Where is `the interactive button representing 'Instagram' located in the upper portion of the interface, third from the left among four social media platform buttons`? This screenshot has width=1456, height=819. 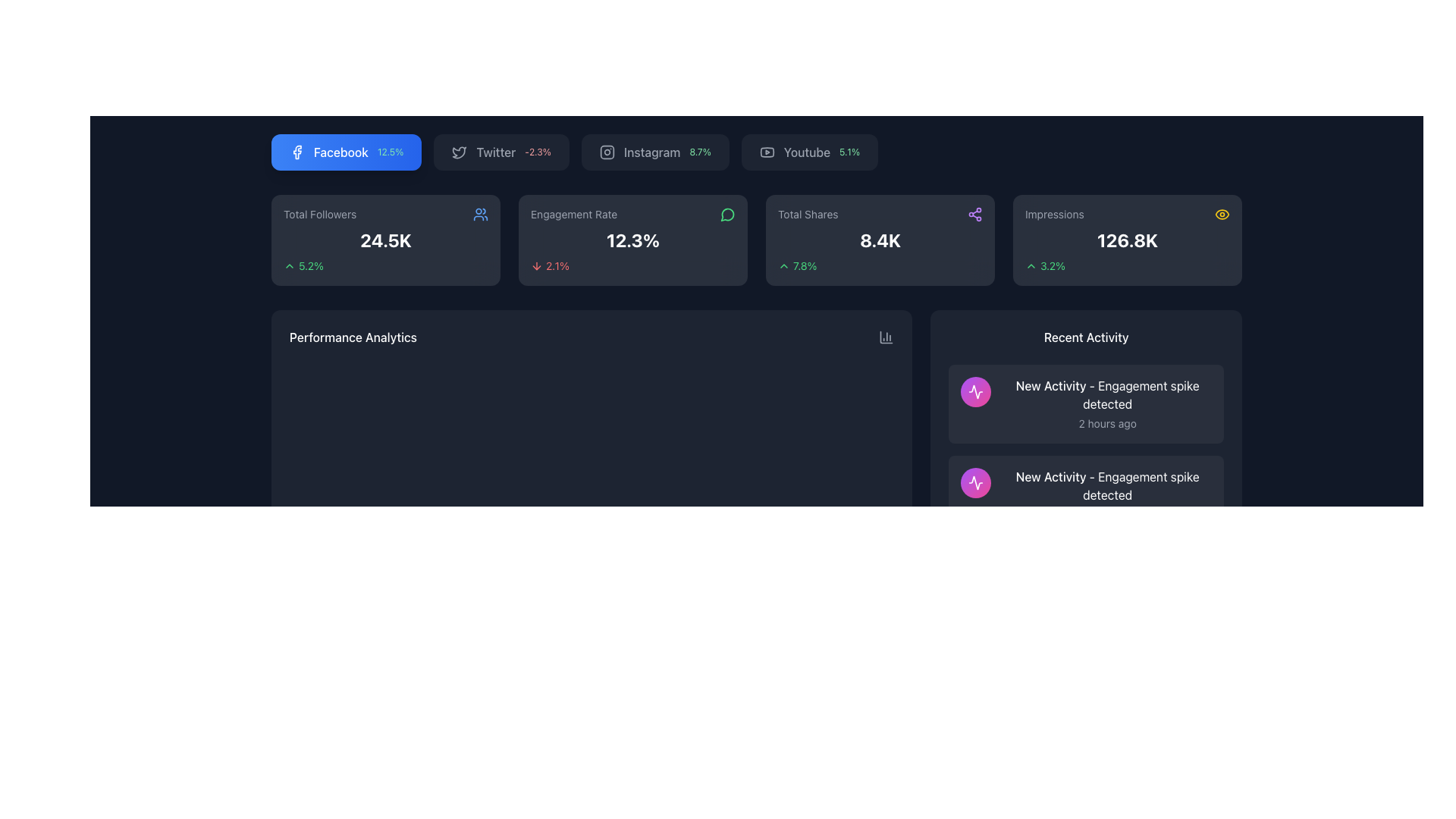
the interactive button representing 'Instagram' located in the upper portion of the interface, third from the left among four social media platform buttons is located at coordinates (655, 152).